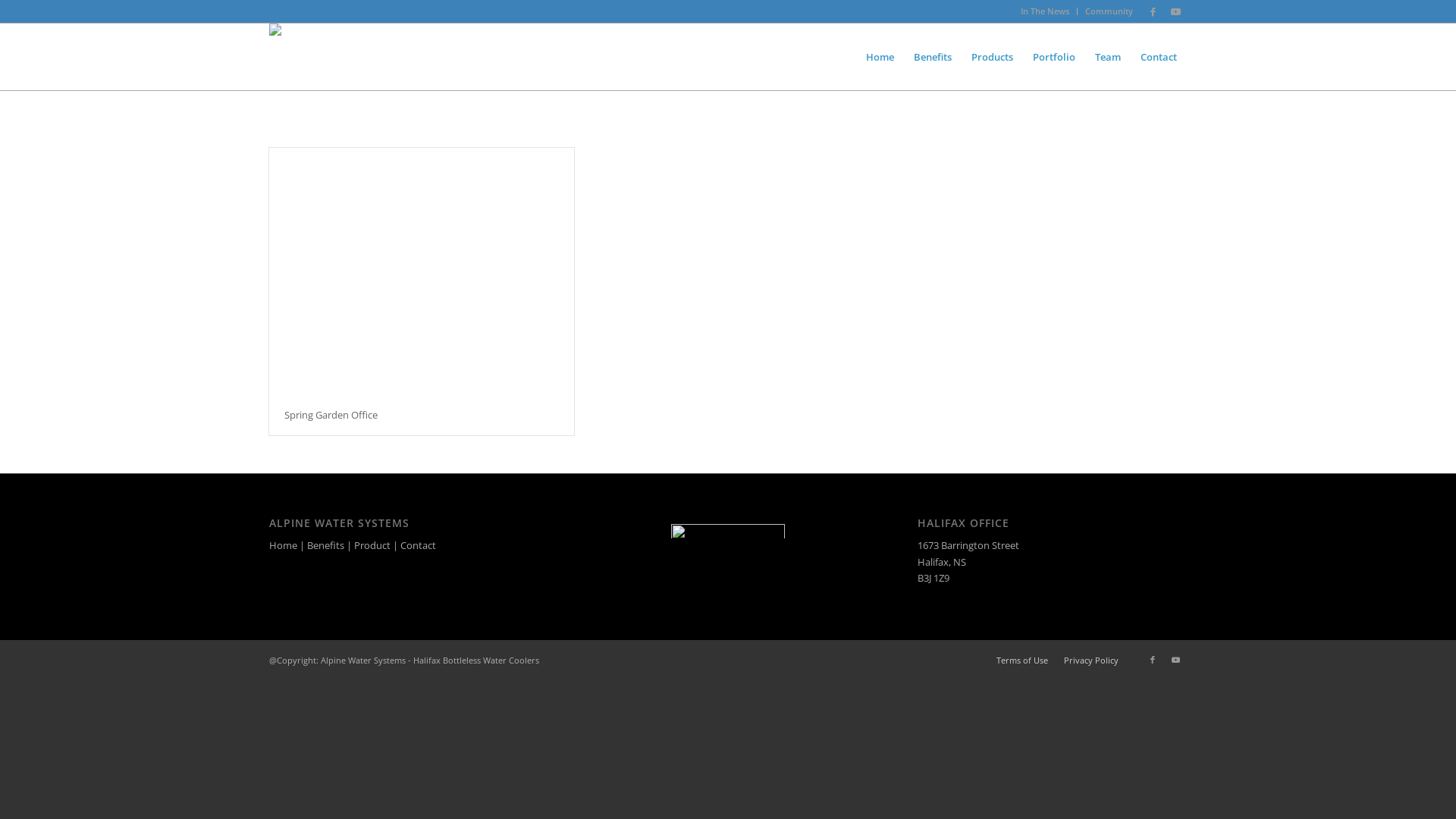  What do you see at coordinates (372, 544) in the screenshot?
I see `'Product'` at bounding box center [372, 544].